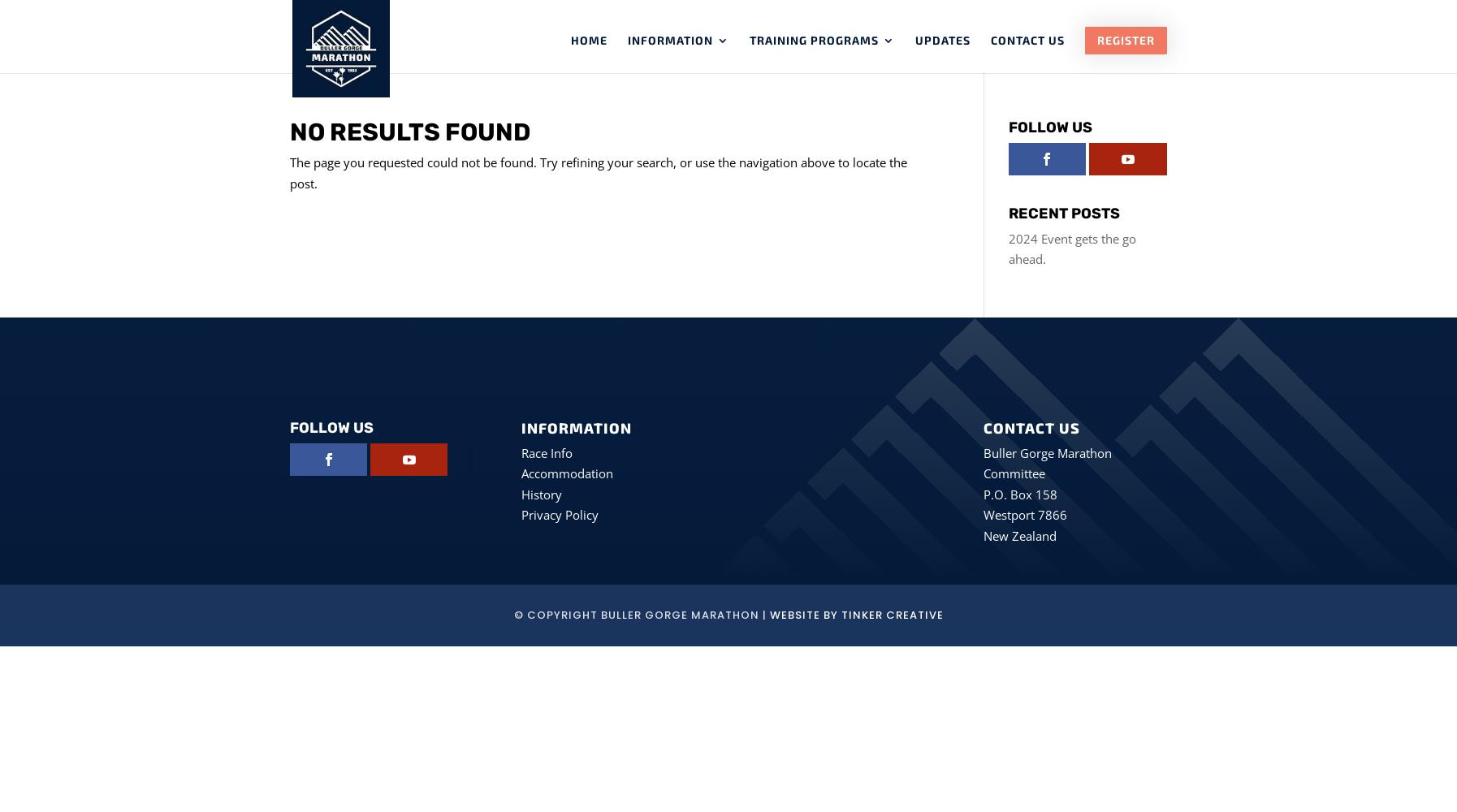 This screenshot has height=812, width=1457. What do you see at coordinates (1062, 213) in the screenshot?
I see `'Recent Posts'` at bounding box center [1062, 213].